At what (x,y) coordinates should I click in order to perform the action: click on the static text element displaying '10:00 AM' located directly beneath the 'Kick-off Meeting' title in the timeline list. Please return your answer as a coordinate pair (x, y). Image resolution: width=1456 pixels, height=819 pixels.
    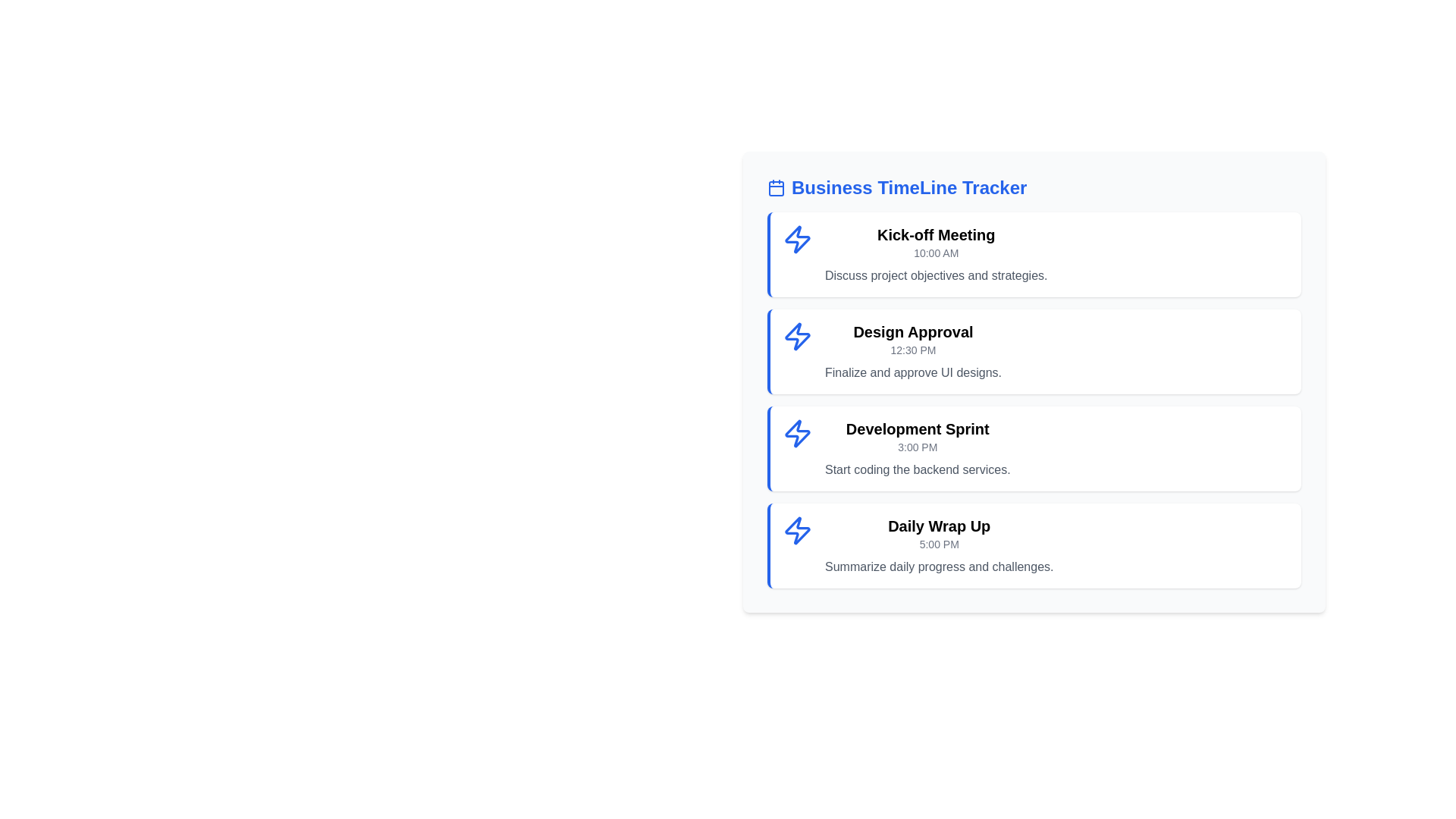
    Looking at the image, I should click on (935, 253).